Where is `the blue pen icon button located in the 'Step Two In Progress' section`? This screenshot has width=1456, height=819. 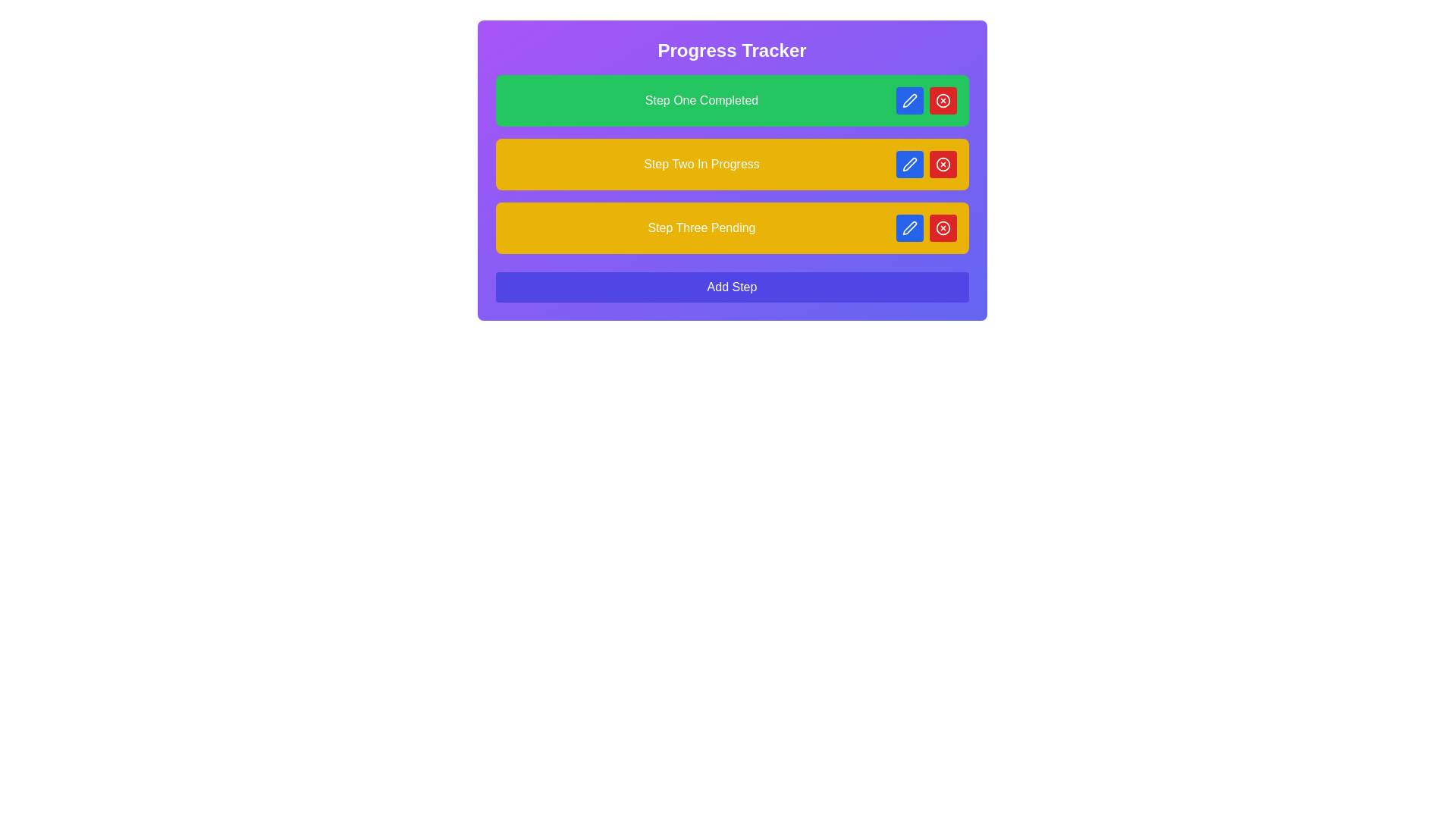
the blue pen icon button located in the 'Step Two In Progress' section is located at coordinates (909, 164).